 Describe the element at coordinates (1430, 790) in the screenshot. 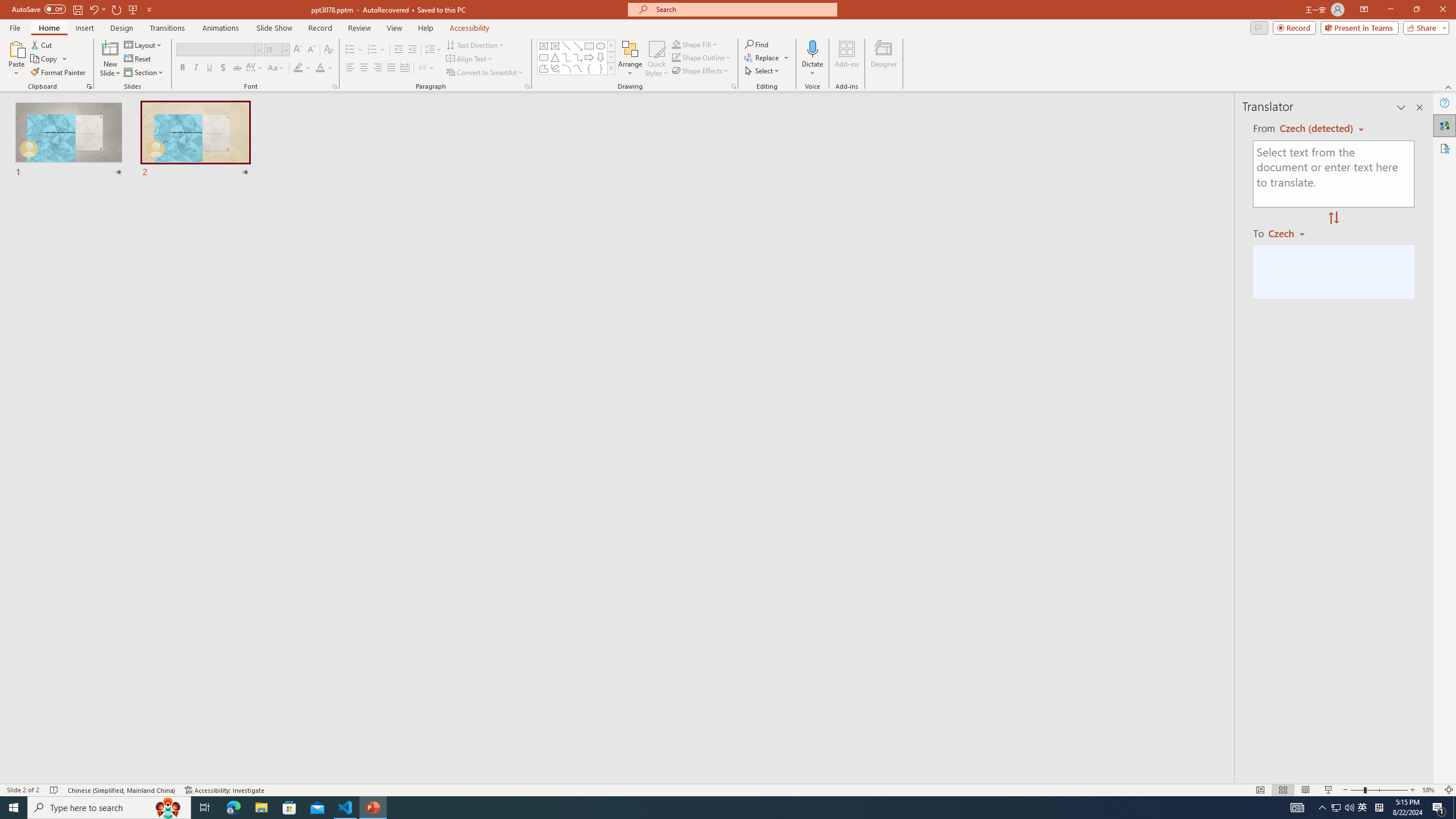

I see `'Zoom 58%'` at that location.